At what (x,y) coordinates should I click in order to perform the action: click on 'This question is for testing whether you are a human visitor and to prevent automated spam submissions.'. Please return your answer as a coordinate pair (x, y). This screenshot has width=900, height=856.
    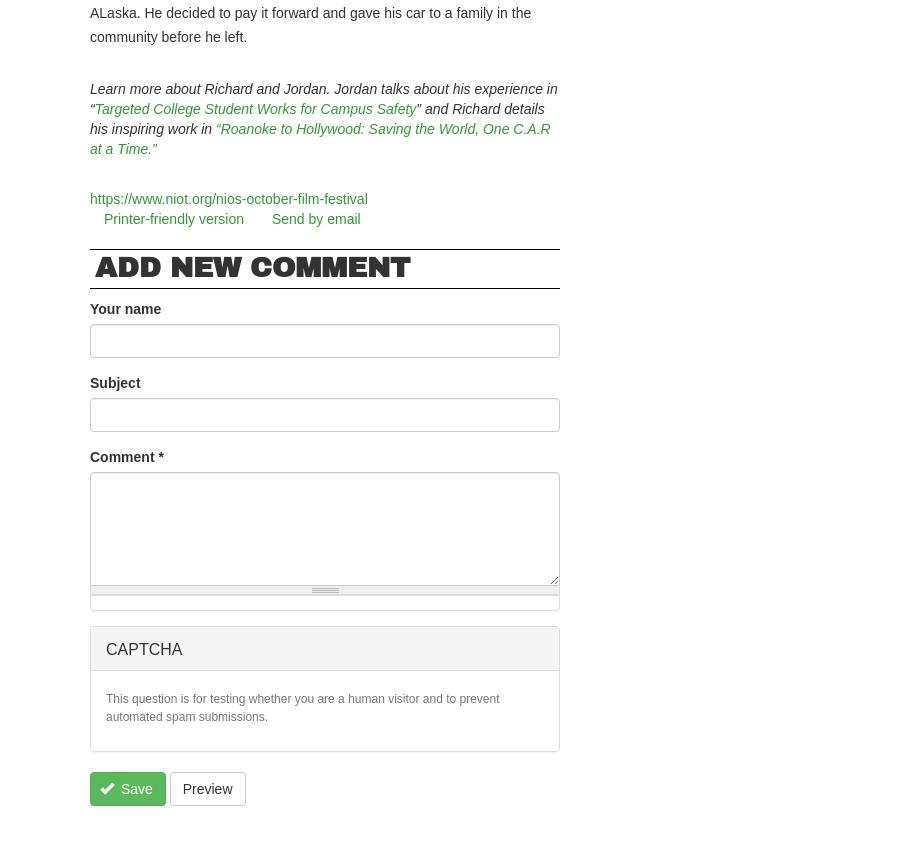
    Looking at the image, I should click on (105, 706).